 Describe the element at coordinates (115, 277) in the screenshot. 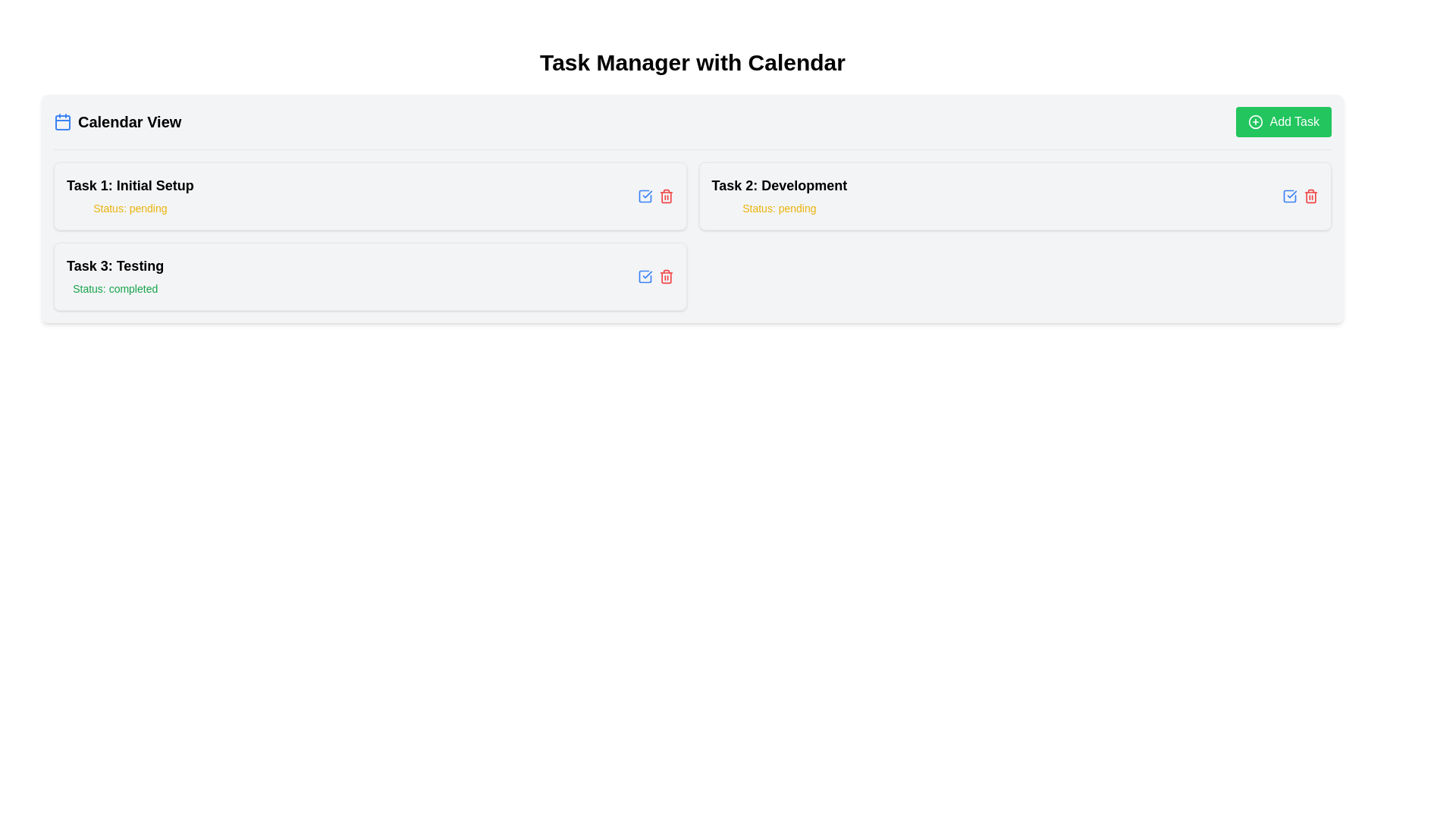

I see `text component displaying 'Task 3: Testing' and 'Status: completed' located in the left column of the second row under the 'Task 1: Initial Setup' card` at that location.